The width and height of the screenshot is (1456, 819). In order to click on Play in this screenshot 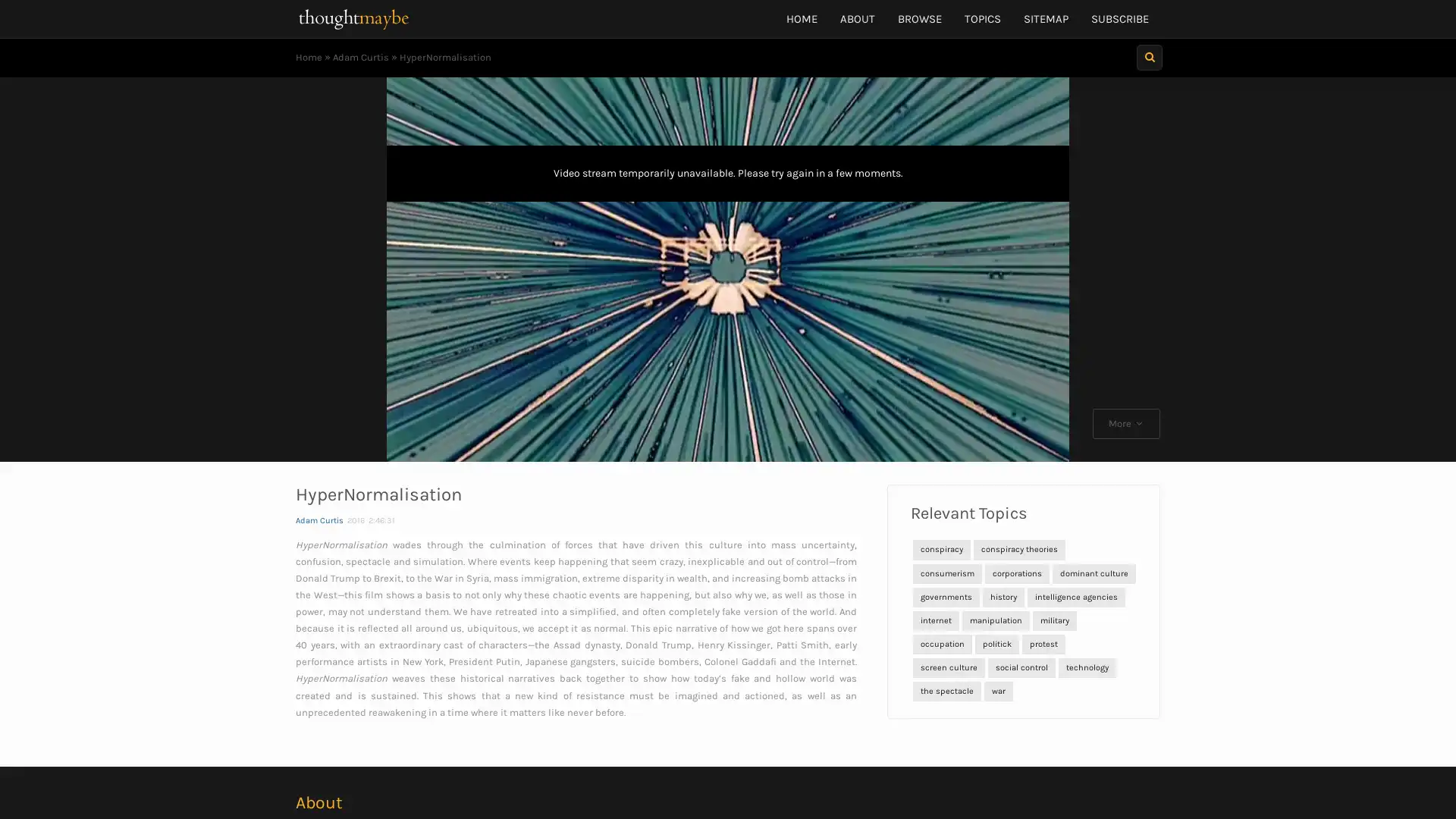, I will do `click(406, 446)`.